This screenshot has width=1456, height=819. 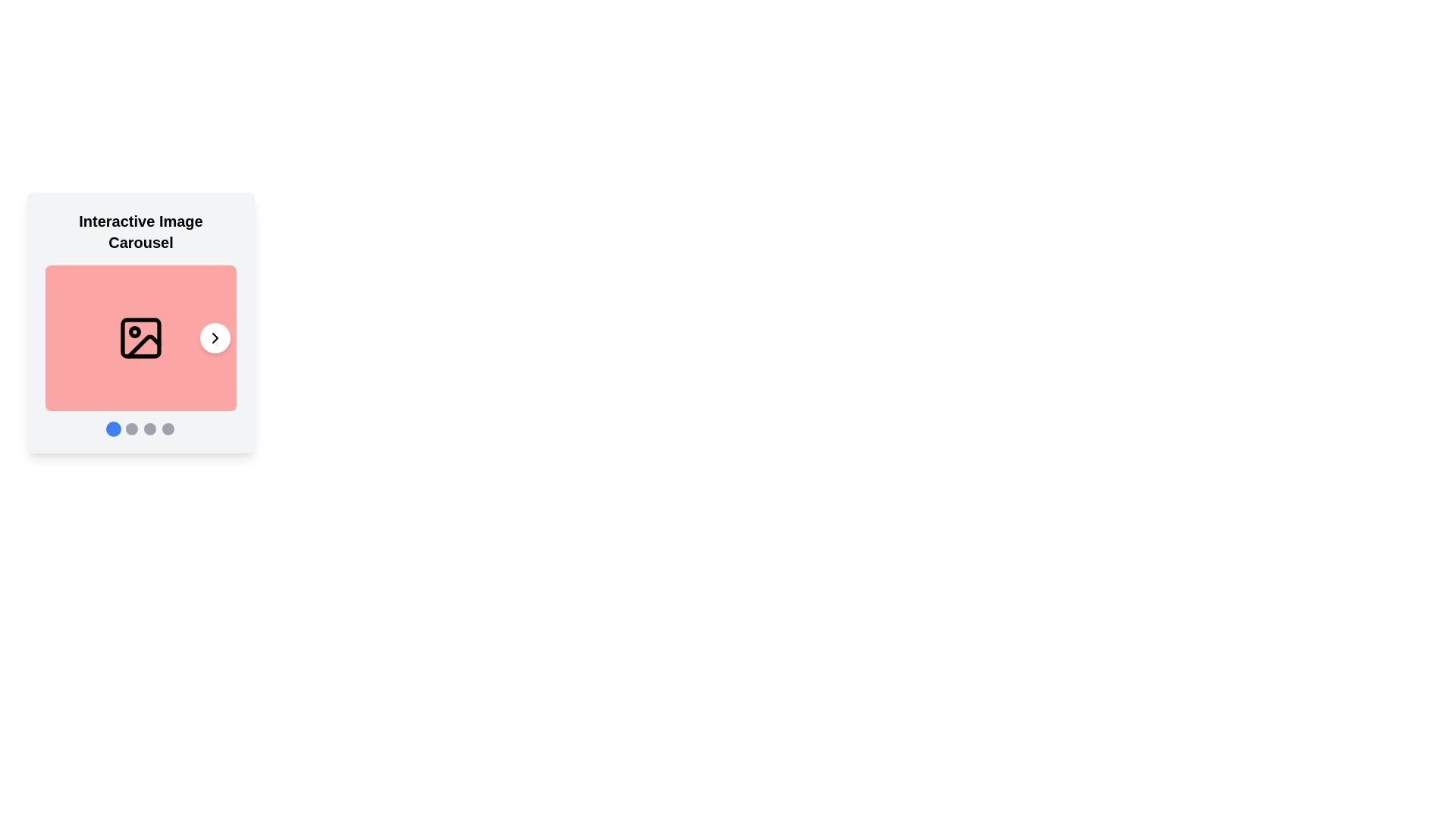 What do you see at coordinates (65, 337) in the screenshot?
I see `the backward navigation button for the image carousel` at bounding box center [65, 337].